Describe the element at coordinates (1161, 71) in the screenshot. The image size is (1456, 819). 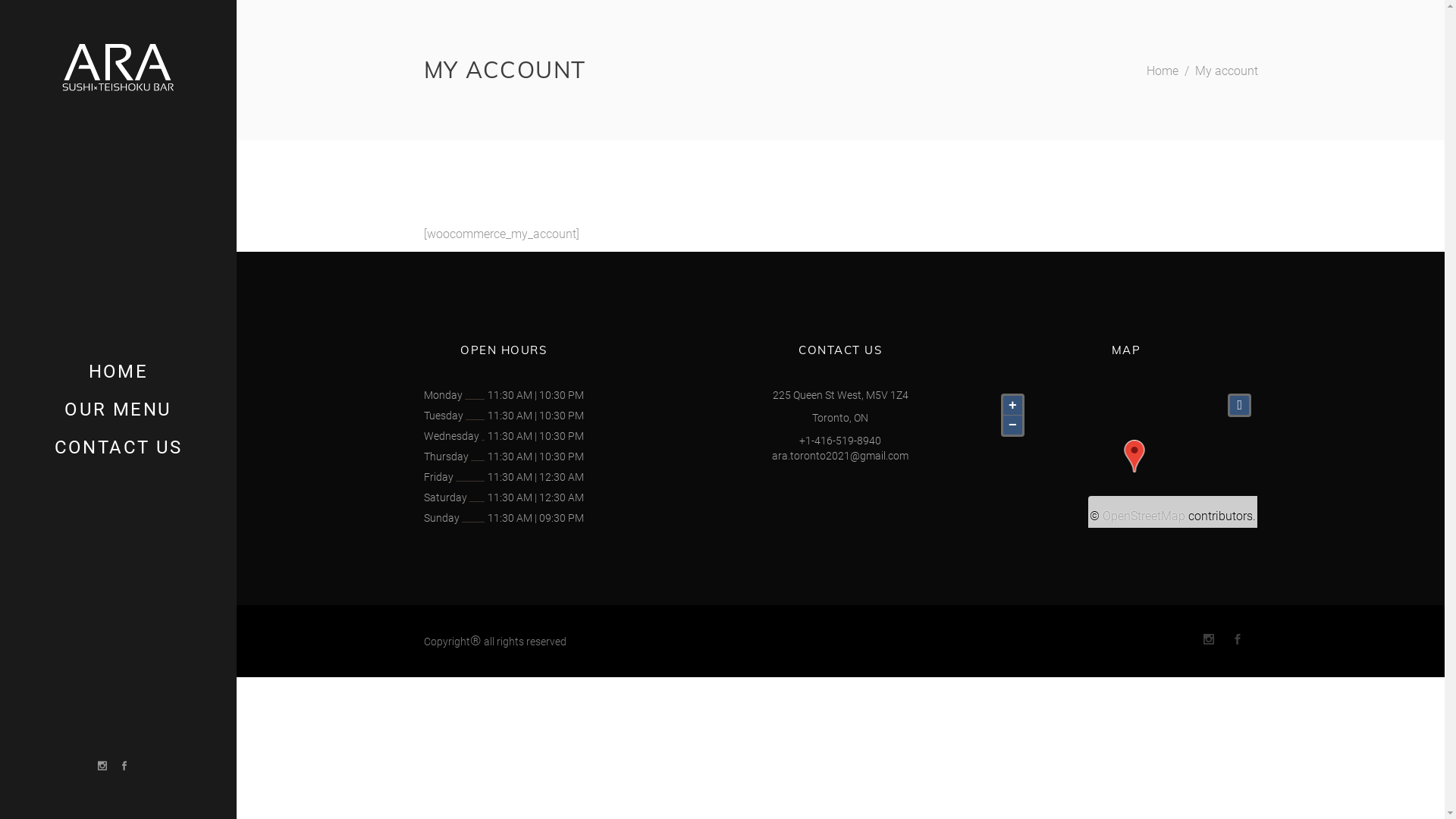
I see `'Home'` at that location.